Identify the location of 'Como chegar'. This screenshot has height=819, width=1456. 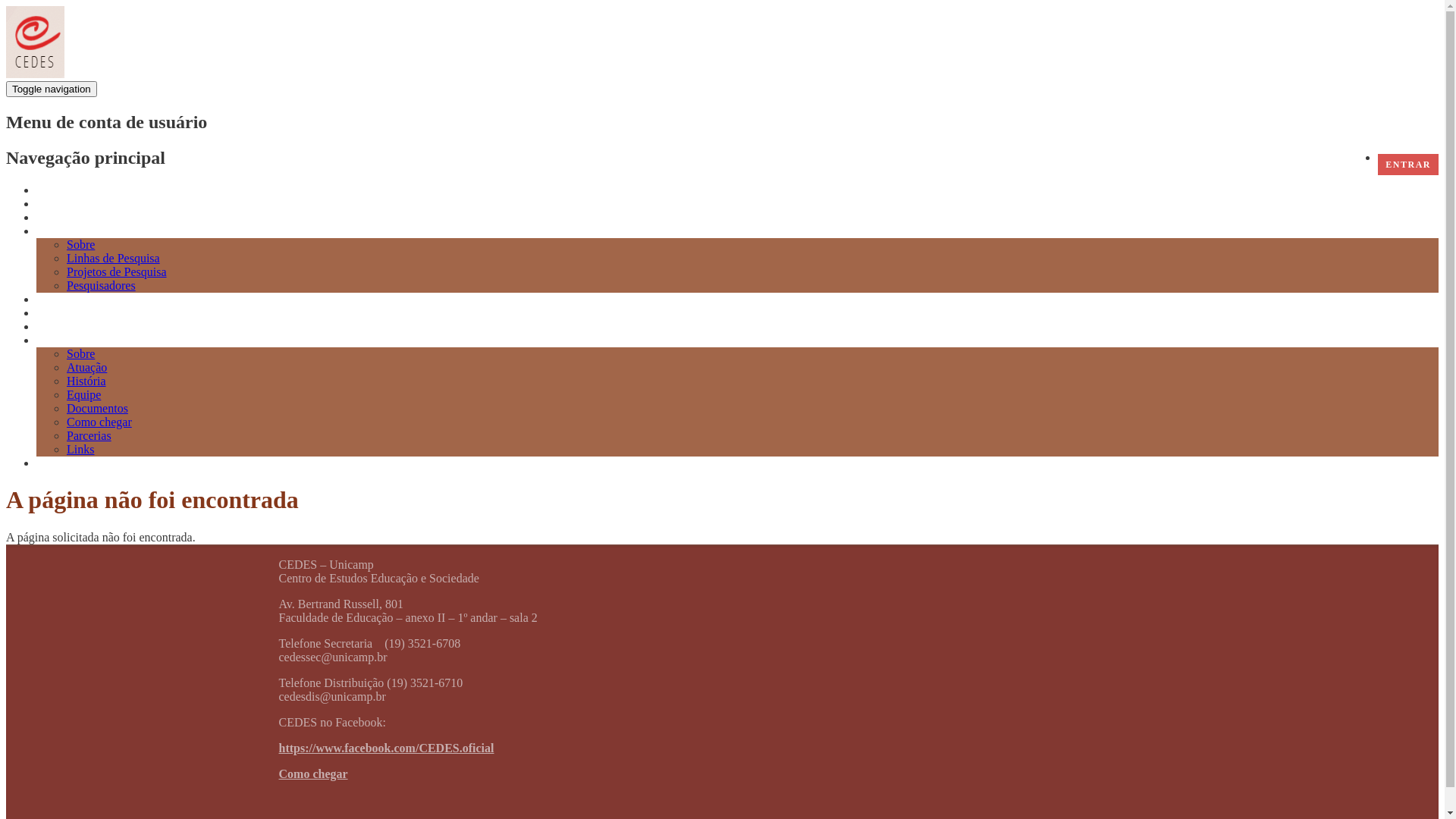
(312, 773).